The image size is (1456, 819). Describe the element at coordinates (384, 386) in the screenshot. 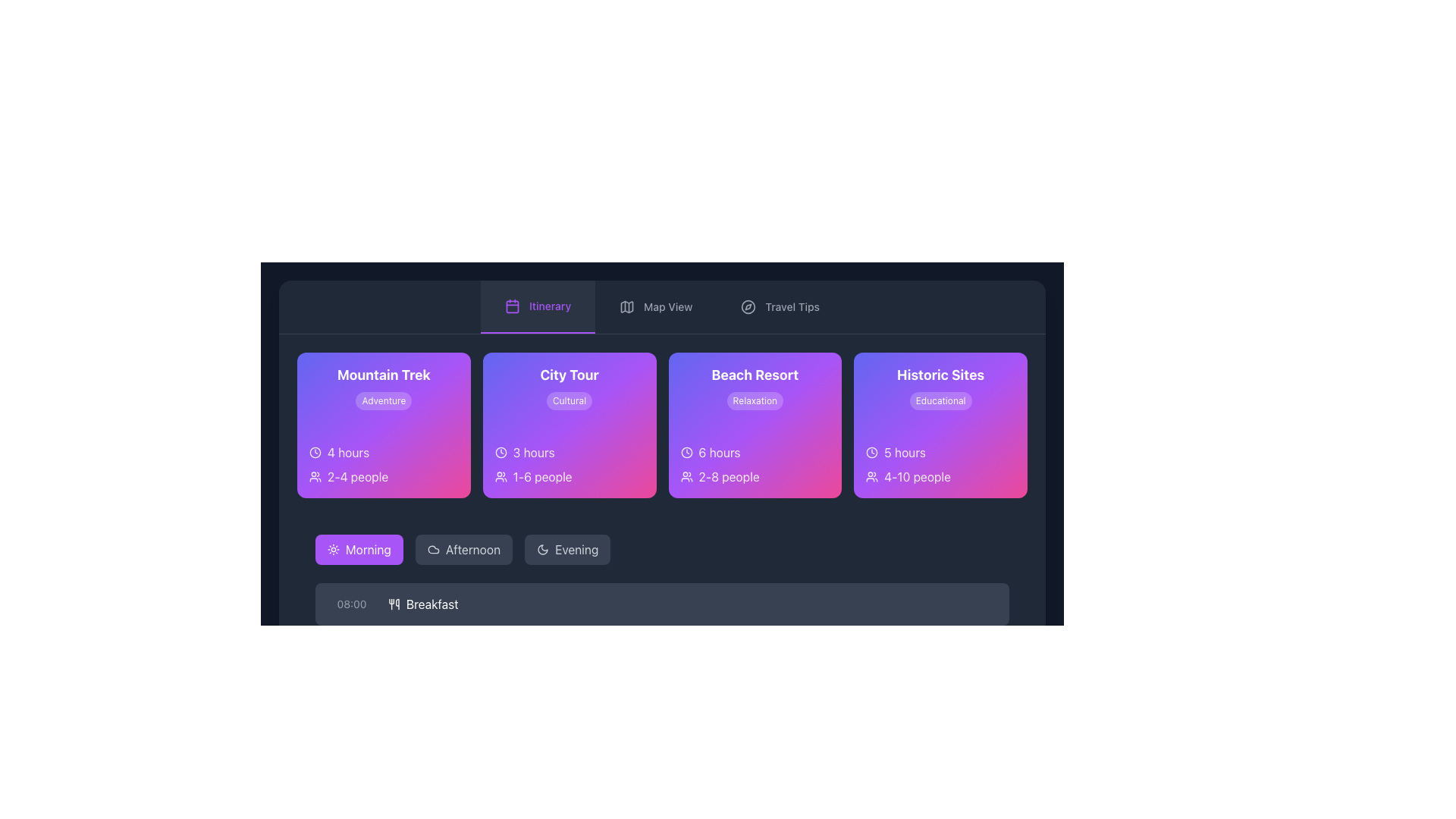

I see `the category tag labeled 'Adventure' located below the title 'Mountain Trek' in the first card of the horizontal list` at that location.